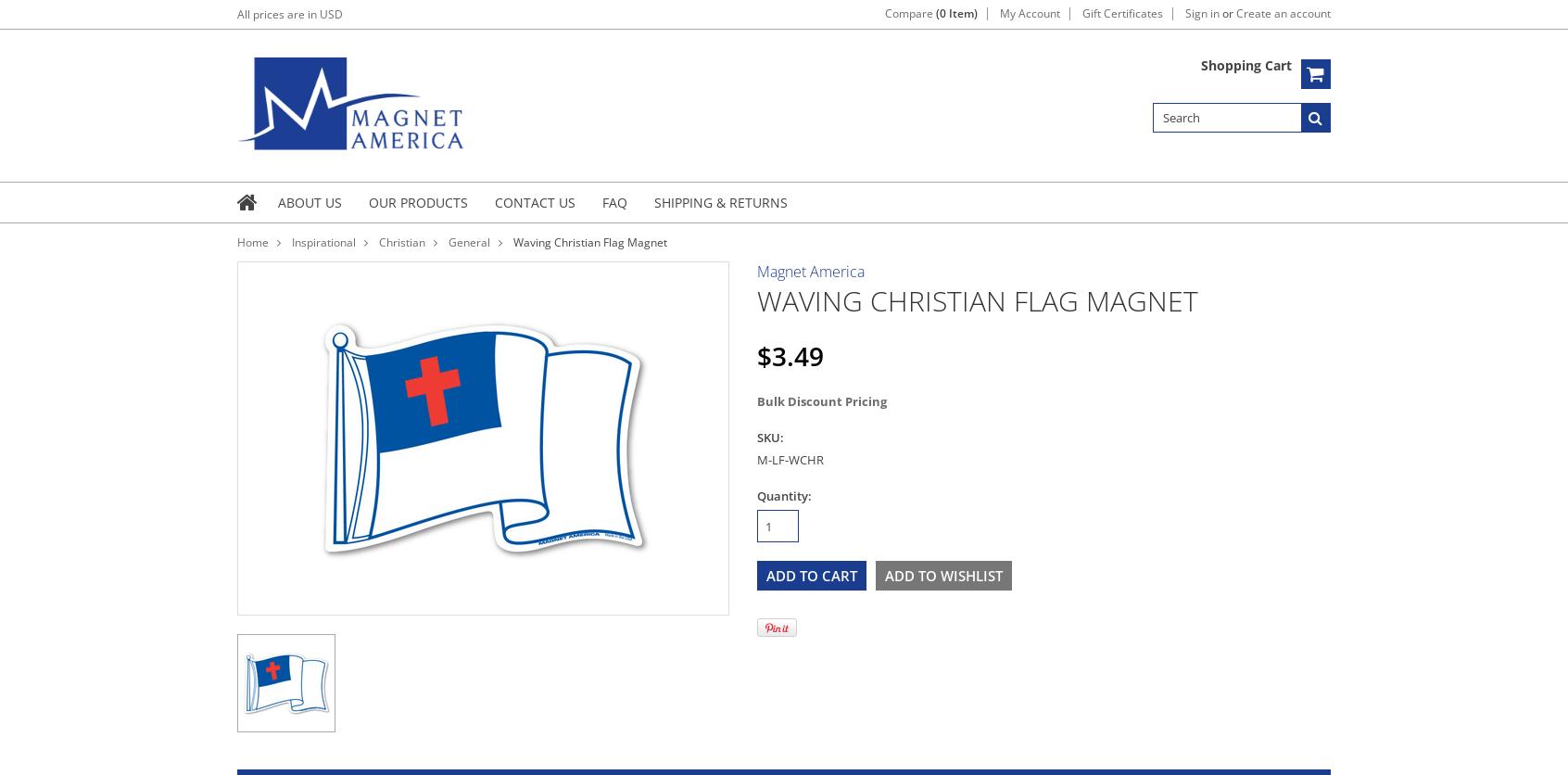 Image resolution: width=1568 pixels, height=775 pixels. Describe the element at coordinates (757, 353) in the screenshot. I see `'$3.49'` at that location.